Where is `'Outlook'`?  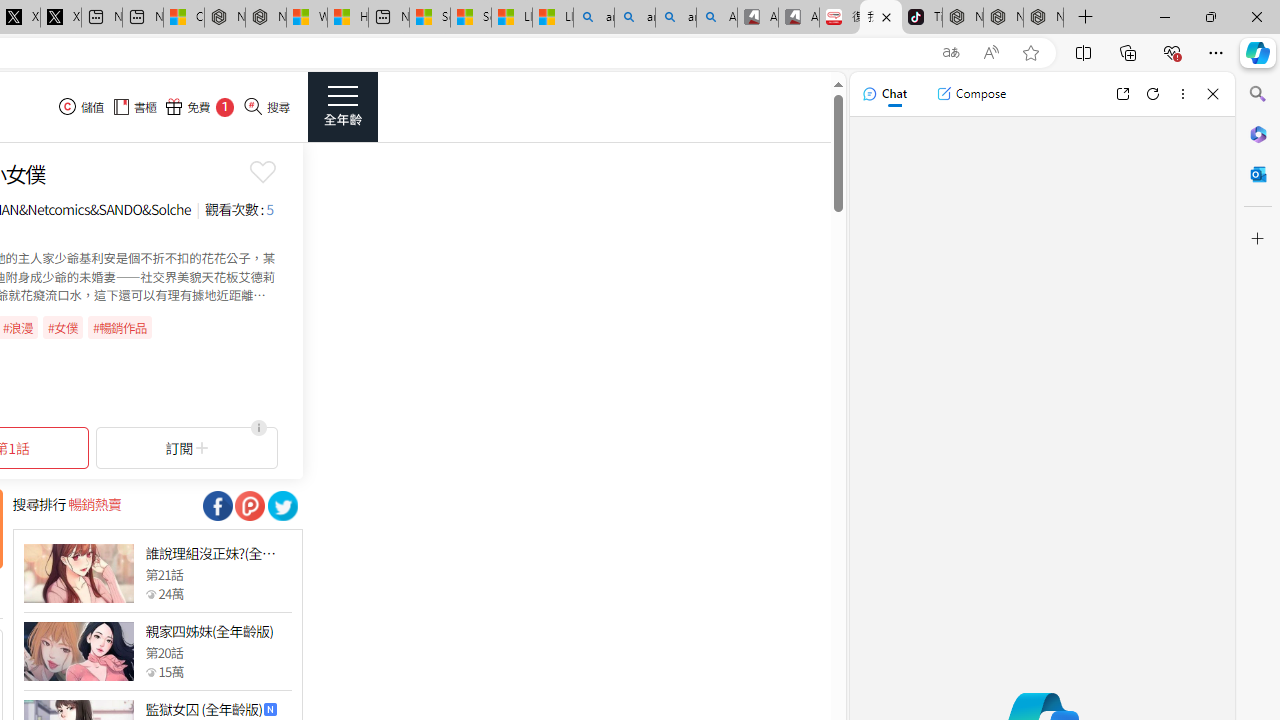
'Outlook' is located at coordinates (1257, 173).